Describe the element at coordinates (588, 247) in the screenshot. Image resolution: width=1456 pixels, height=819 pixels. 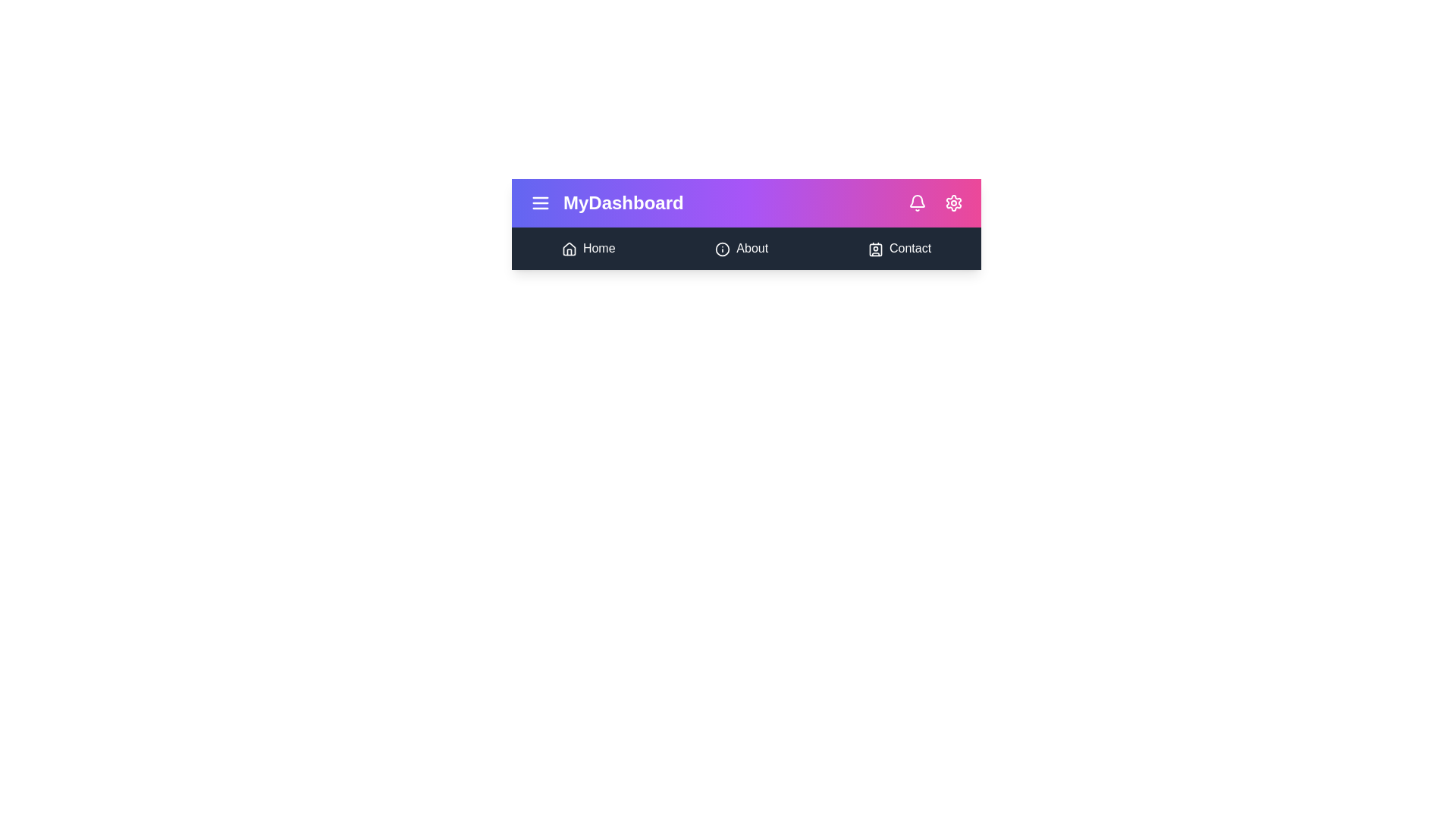
I see `the 'Home' navigation link` at that location.